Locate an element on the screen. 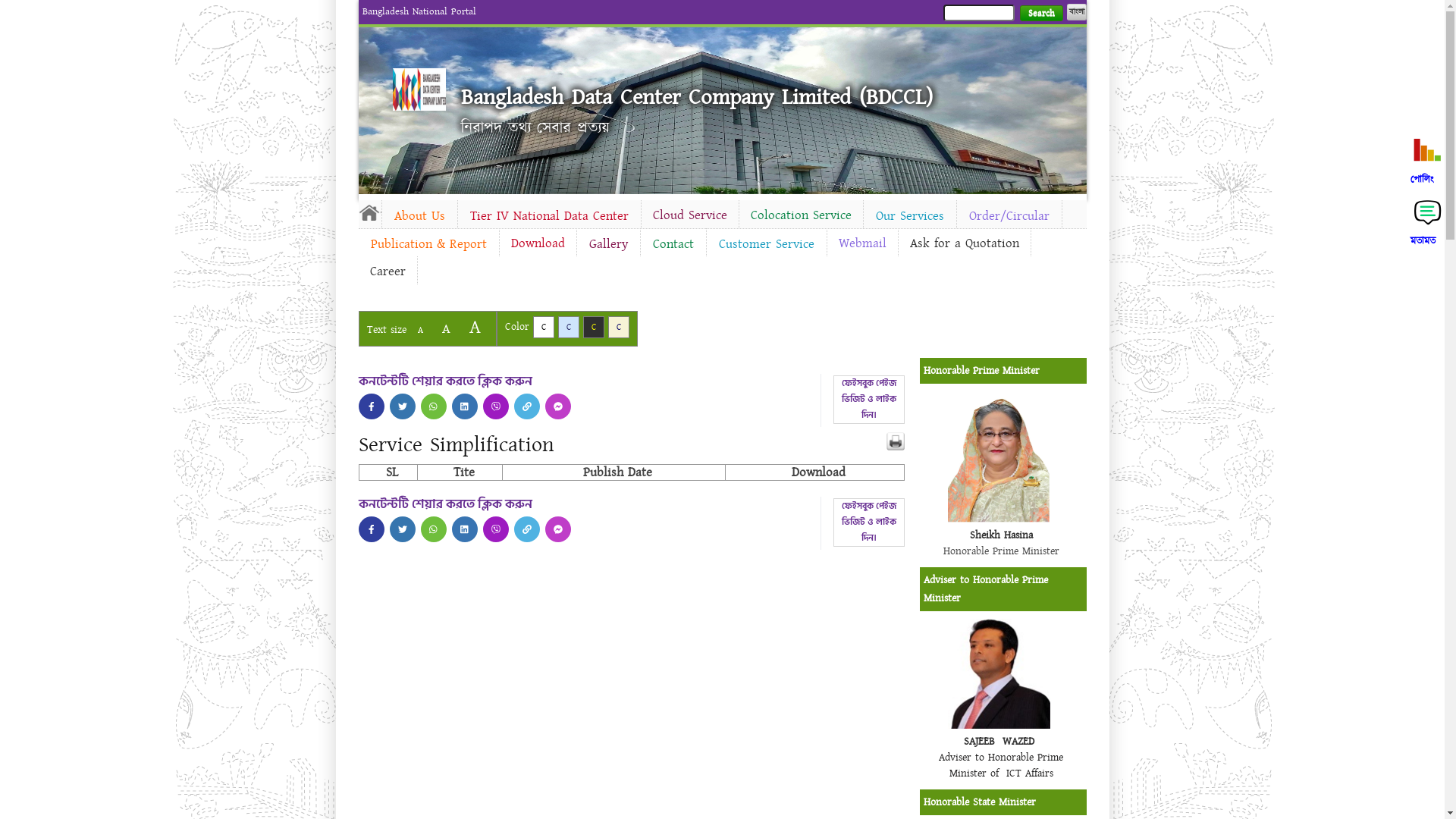 The width and height of the screenshot is (1456, 819). 'Search' is located at coordinates (1040, 13).